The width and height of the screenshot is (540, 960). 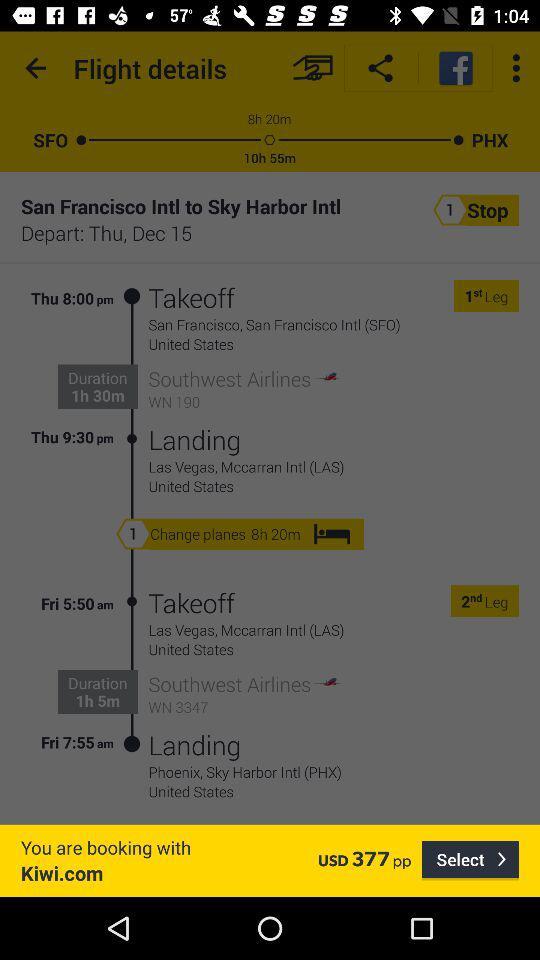 What do you see at coordinates (36, 68) in the screenshot?
I see `icon next to the flight details` at bounding box center [36, 68].